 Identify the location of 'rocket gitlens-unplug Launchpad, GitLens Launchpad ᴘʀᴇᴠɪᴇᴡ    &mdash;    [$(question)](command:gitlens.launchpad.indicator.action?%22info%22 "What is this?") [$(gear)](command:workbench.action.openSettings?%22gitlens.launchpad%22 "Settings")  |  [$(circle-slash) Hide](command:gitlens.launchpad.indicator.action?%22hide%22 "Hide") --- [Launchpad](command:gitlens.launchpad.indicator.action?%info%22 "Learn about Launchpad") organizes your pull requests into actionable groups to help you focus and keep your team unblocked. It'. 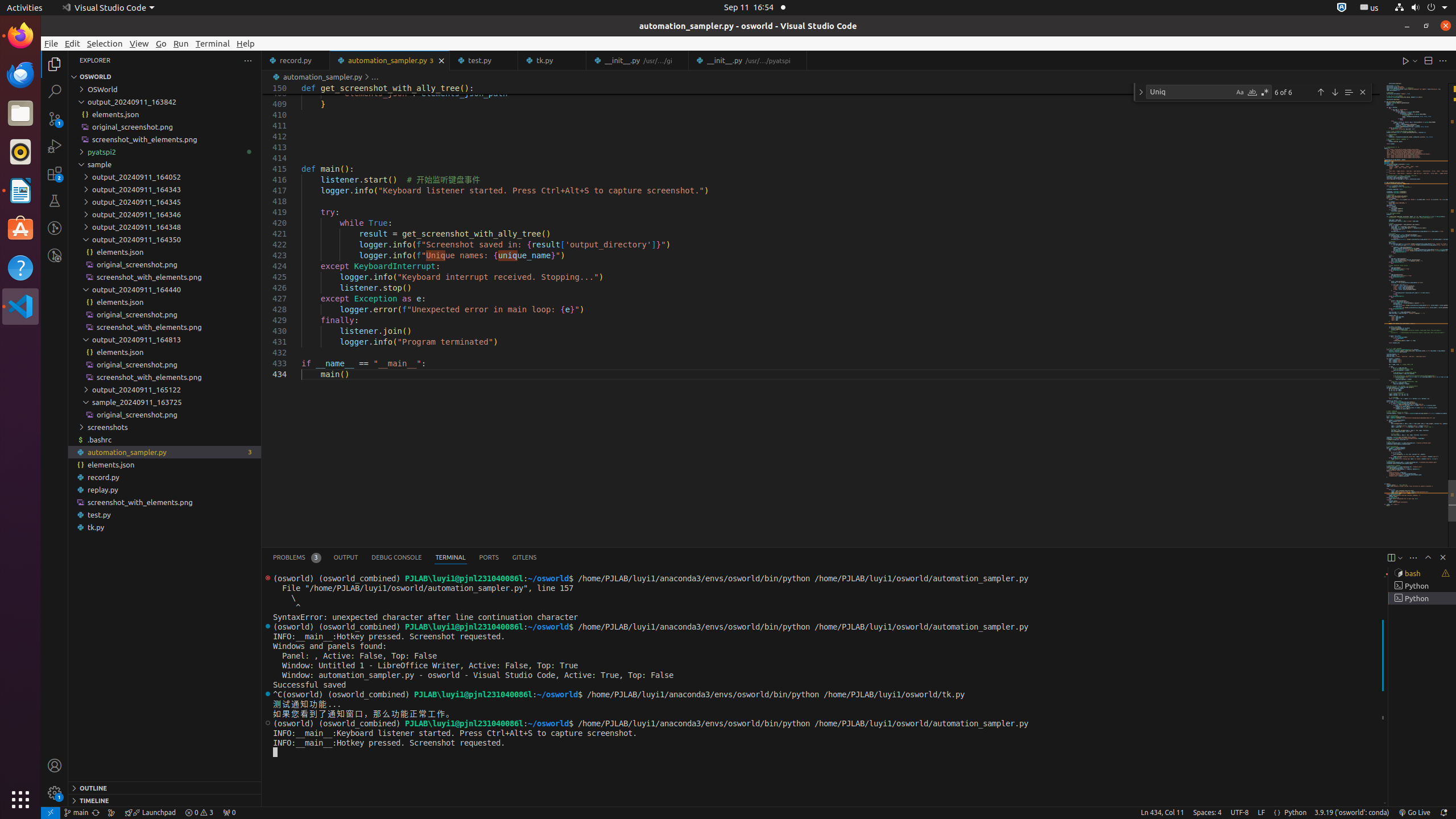
(150, 812).